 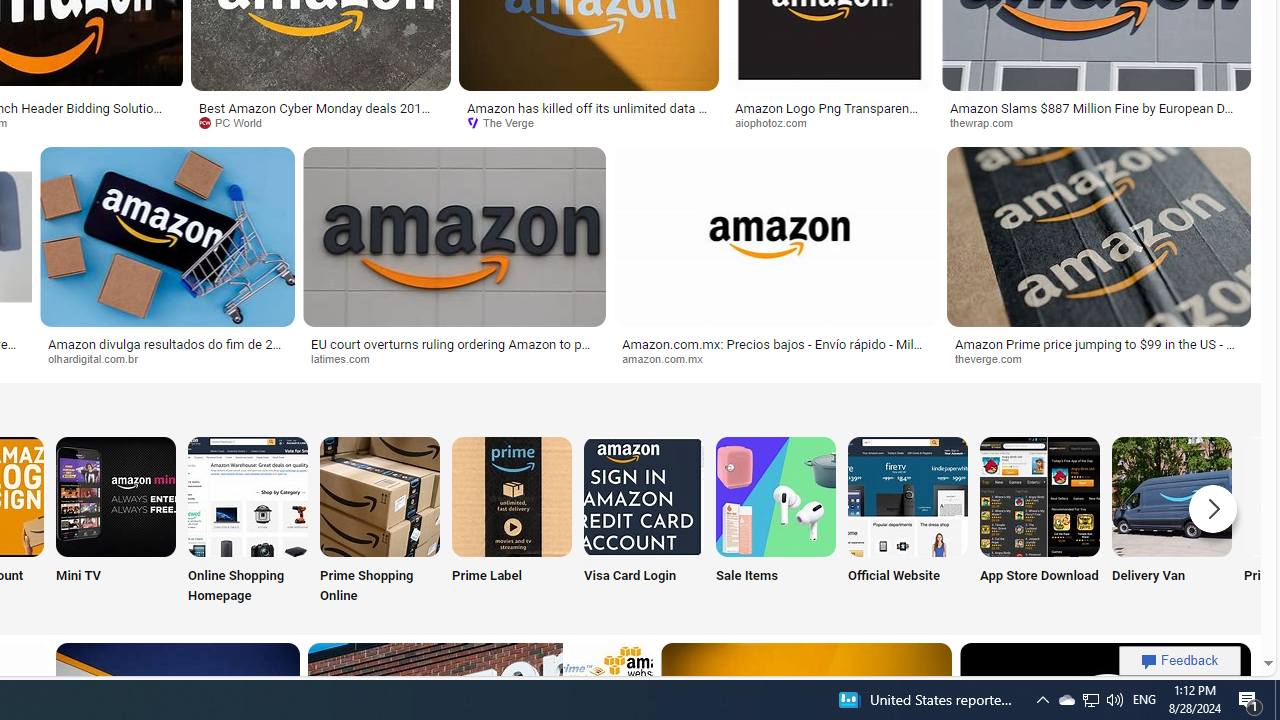 I want to click on 'Amazon Mini TV', so click(x=115, y=495).